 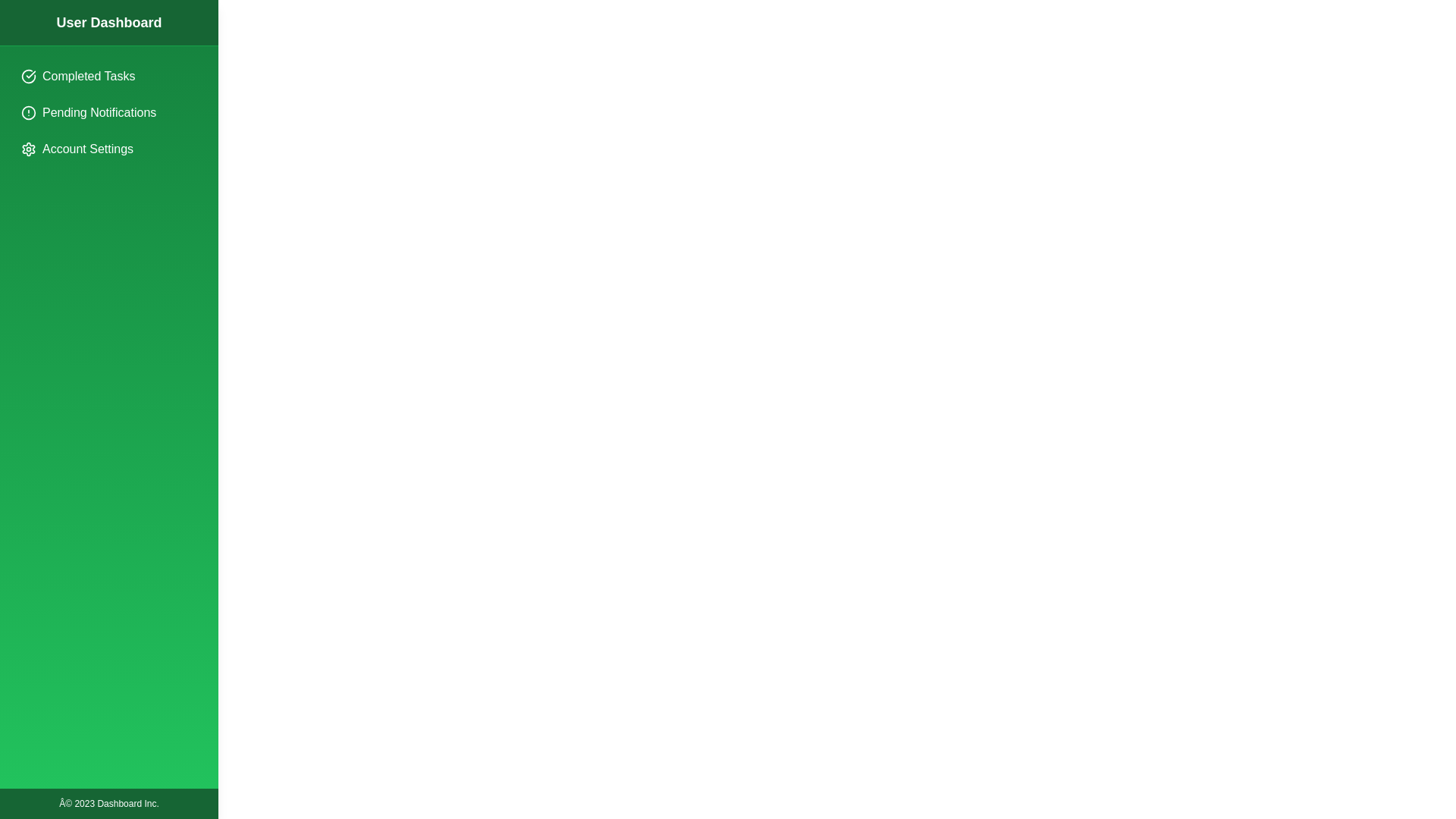 What do you see at coordinates (108, 112) in the screenshot?
I see `the menu item Pending Notifications` at bounding box center [108, 112].